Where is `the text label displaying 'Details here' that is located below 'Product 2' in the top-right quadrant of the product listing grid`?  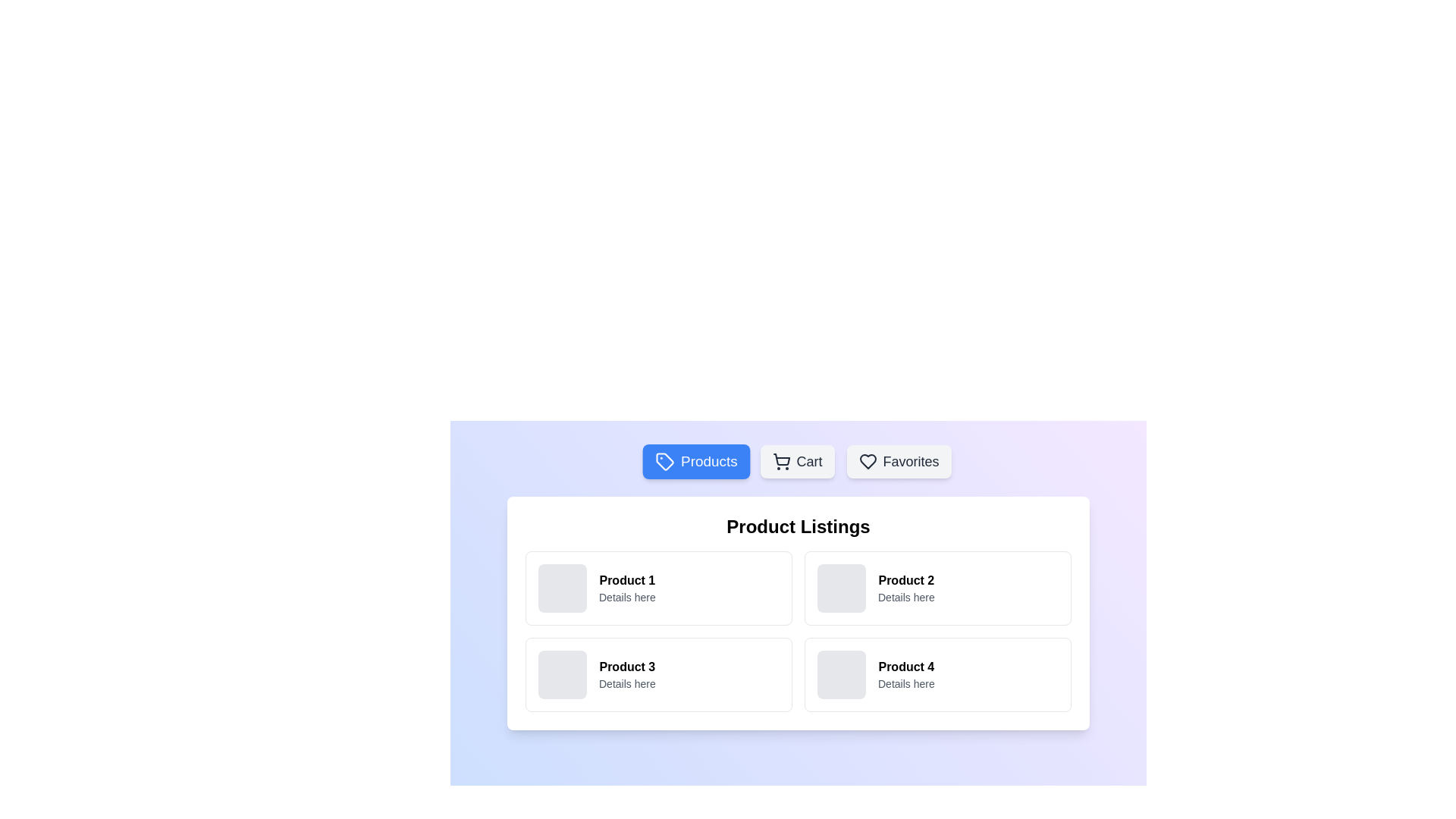
the text label displaying 'Details here' that is located below 'Product 2' in the top-right quadrant of the product listing grid is located at coordinates (906, 596).